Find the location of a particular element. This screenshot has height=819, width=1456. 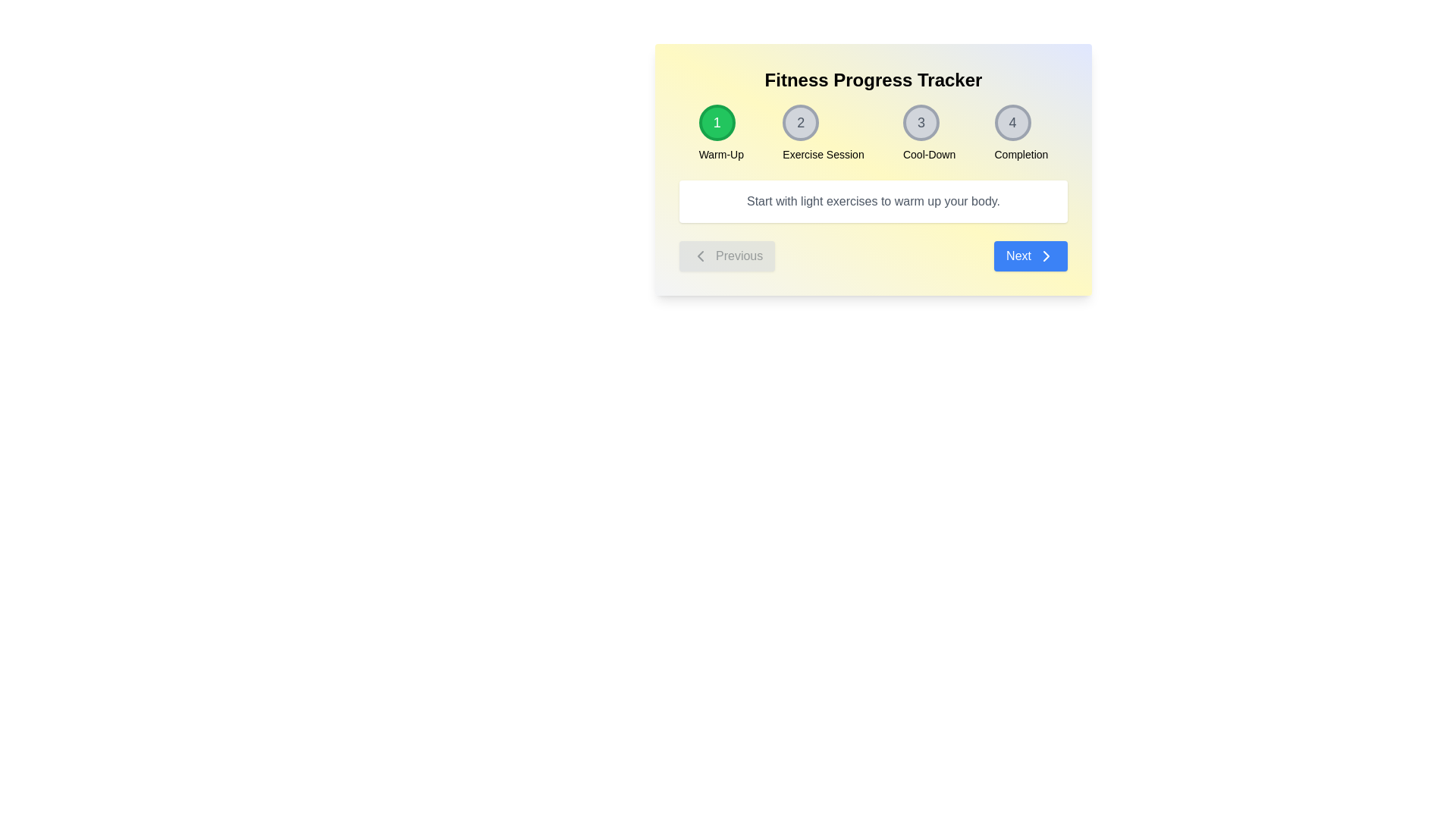

the static text label displaying 'Warm-Up', which is positioned beneath the circular green button with the number '1' is located at coordinates (720, 155).